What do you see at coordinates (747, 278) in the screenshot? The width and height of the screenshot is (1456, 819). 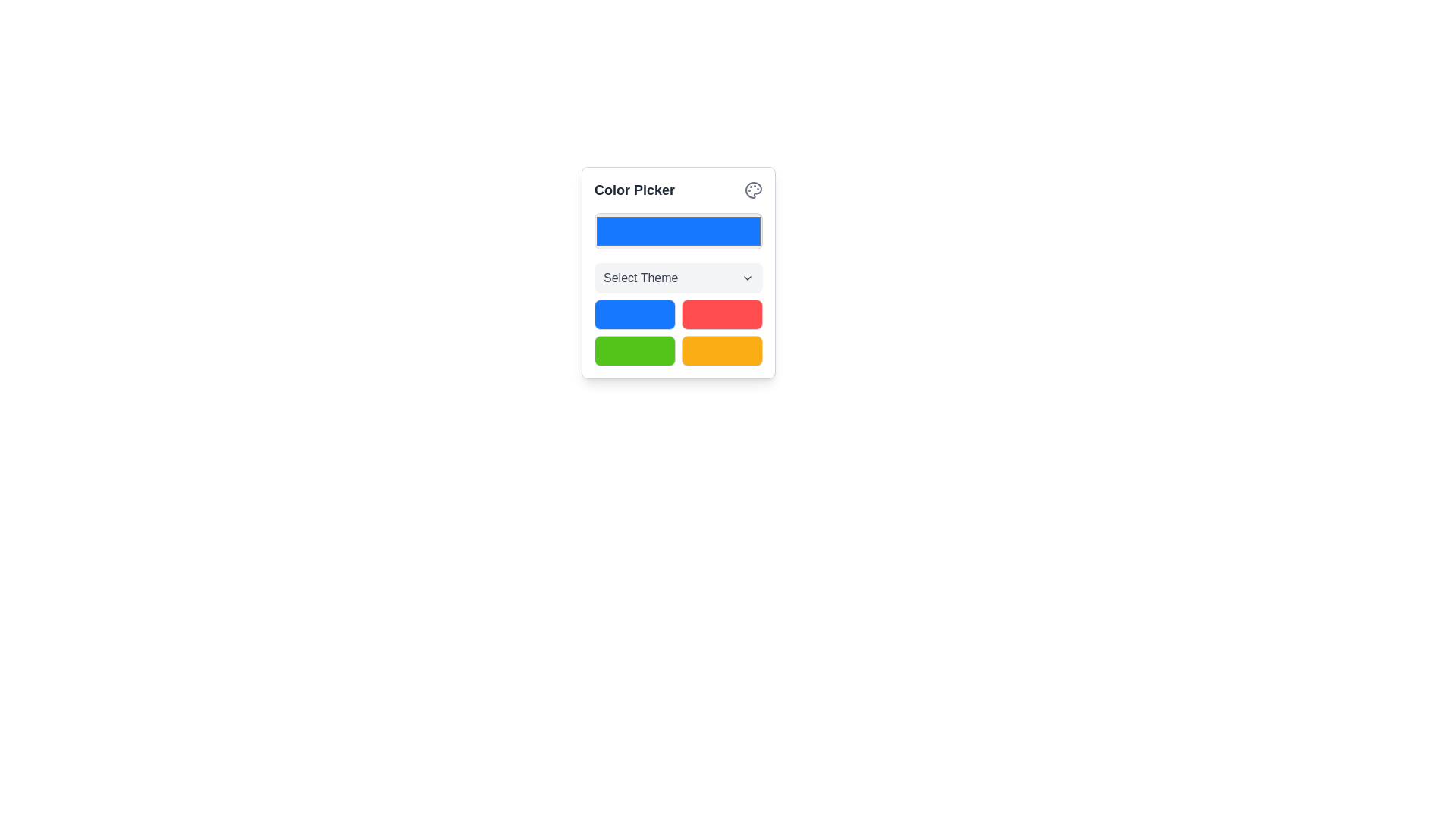 I see `the dropdown icon located to the right of the 'Select Theme' button` at bounding box center [747, 278].